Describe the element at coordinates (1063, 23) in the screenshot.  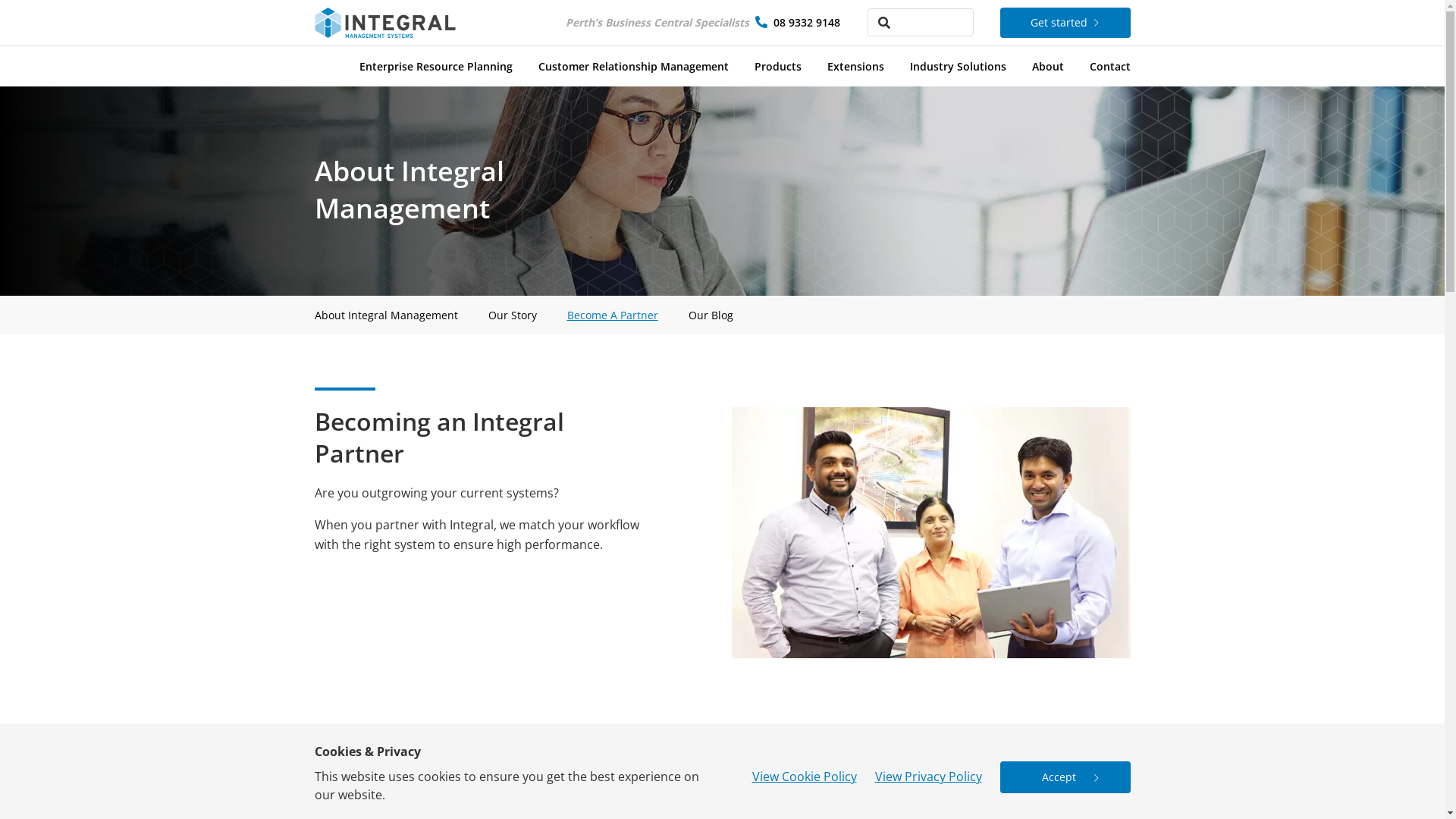
I see `'Get started'` at that location.